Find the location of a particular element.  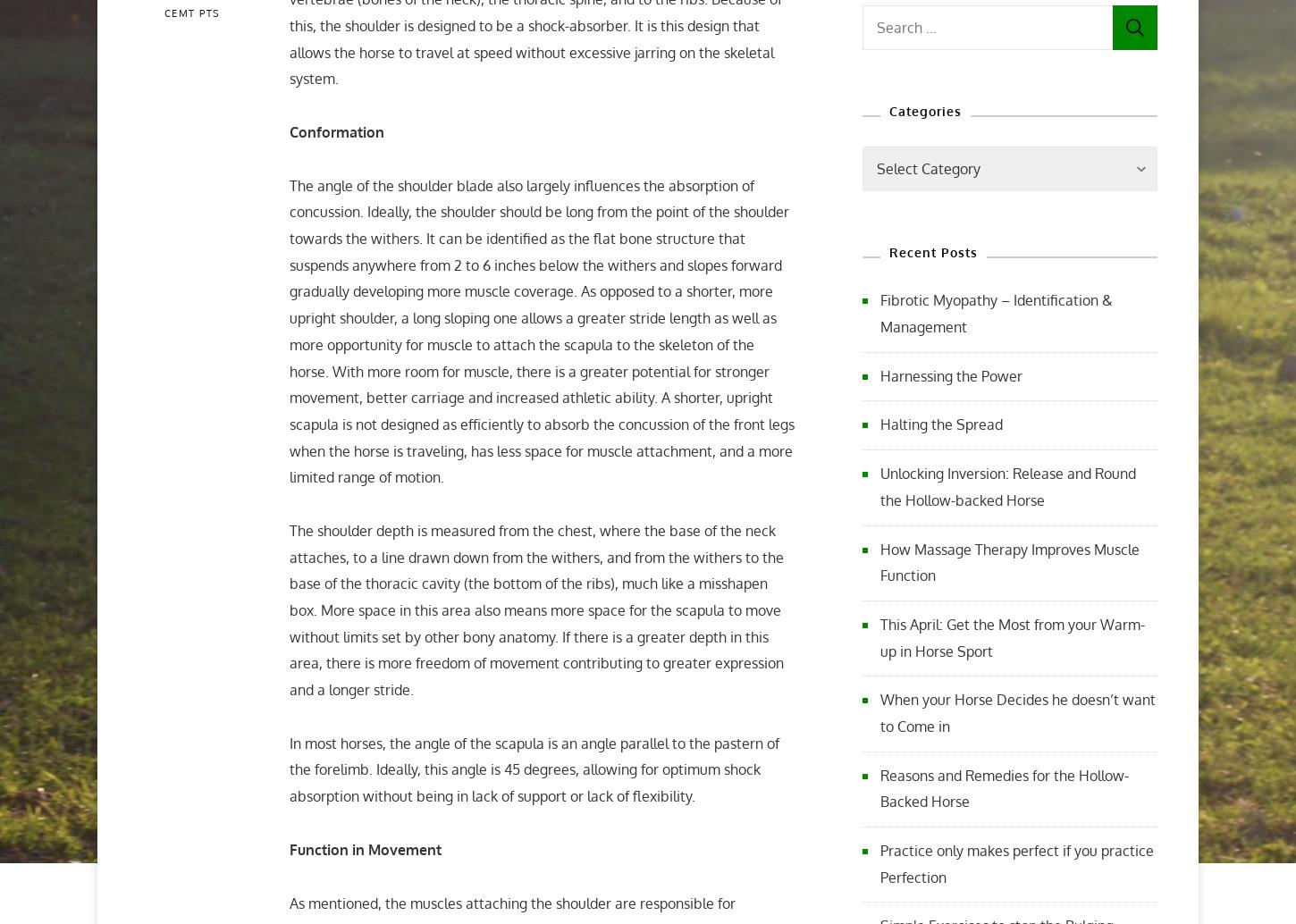

'When your Horse Decides he doesn’t want to Come in' is located at coordinates (1016, 711).